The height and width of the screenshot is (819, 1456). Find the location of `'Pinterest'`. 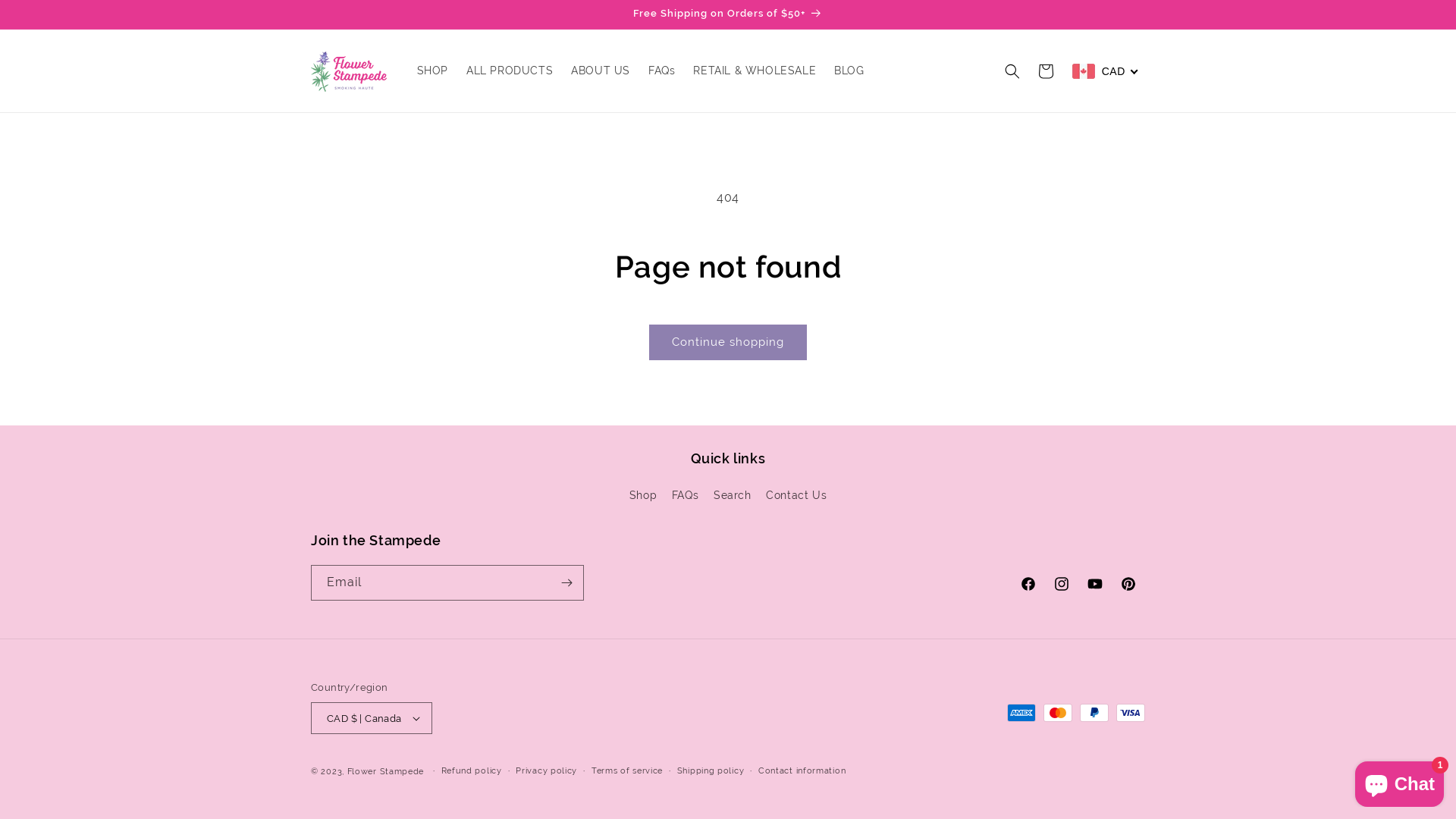

'Pinterest' is located at coordinates (1128, 583).